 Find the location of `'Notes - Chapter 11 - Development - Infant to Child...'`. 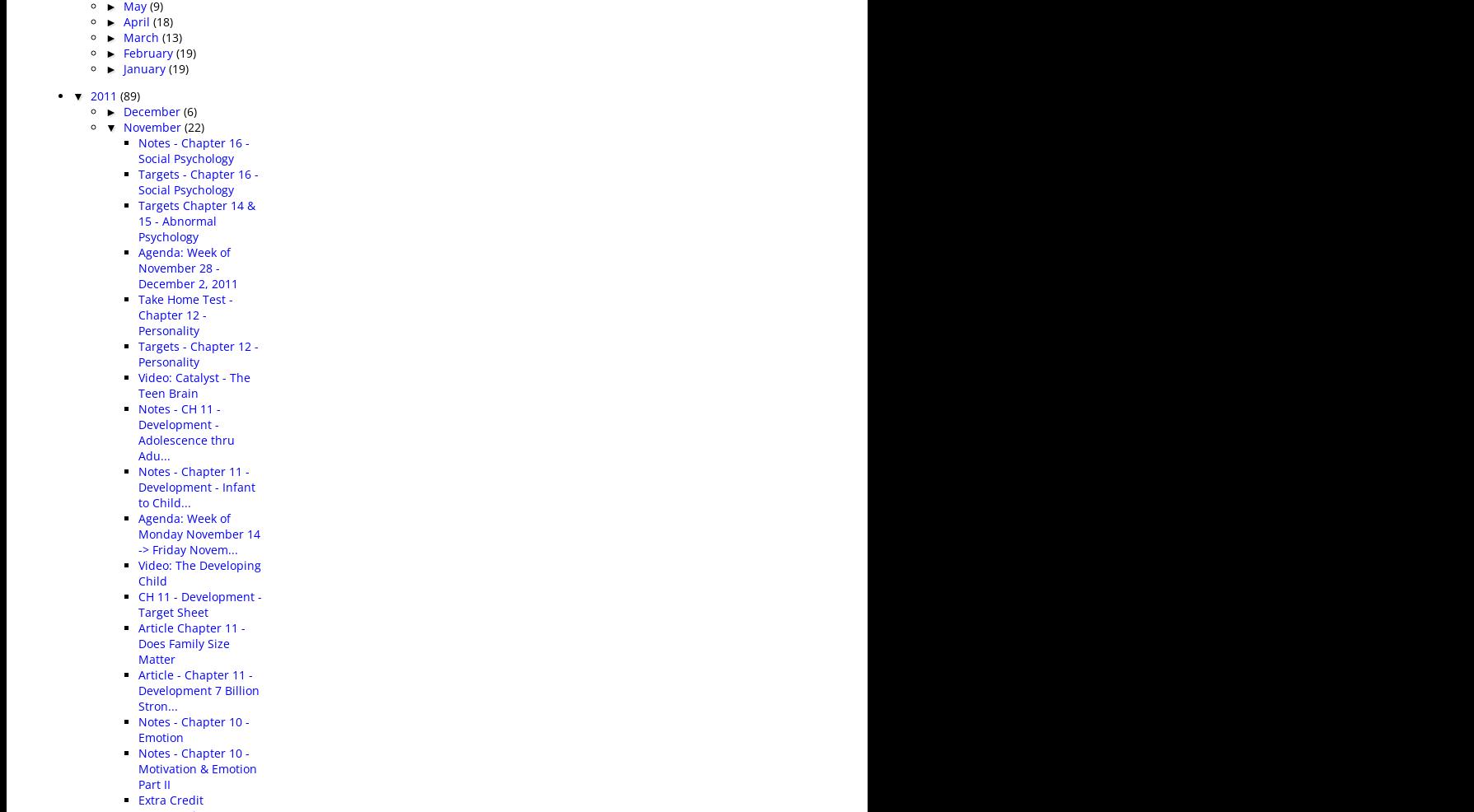

'Notes - Chapter 11 - Development - Infant to Child...' is located at coordinates (197, 486).